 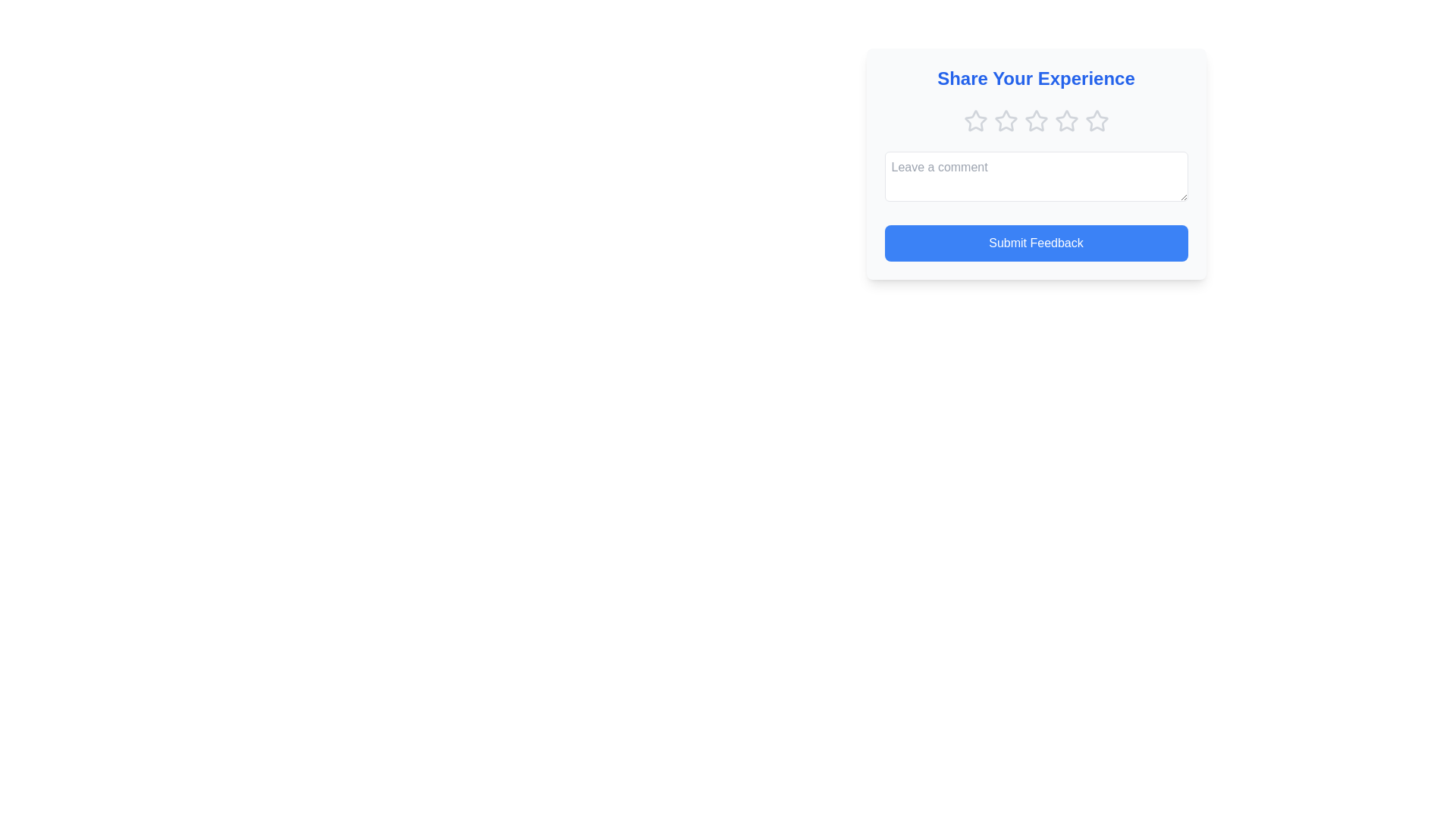 I want to click on the fourth star icon in the rating interface, so click(x=1065, y=120).